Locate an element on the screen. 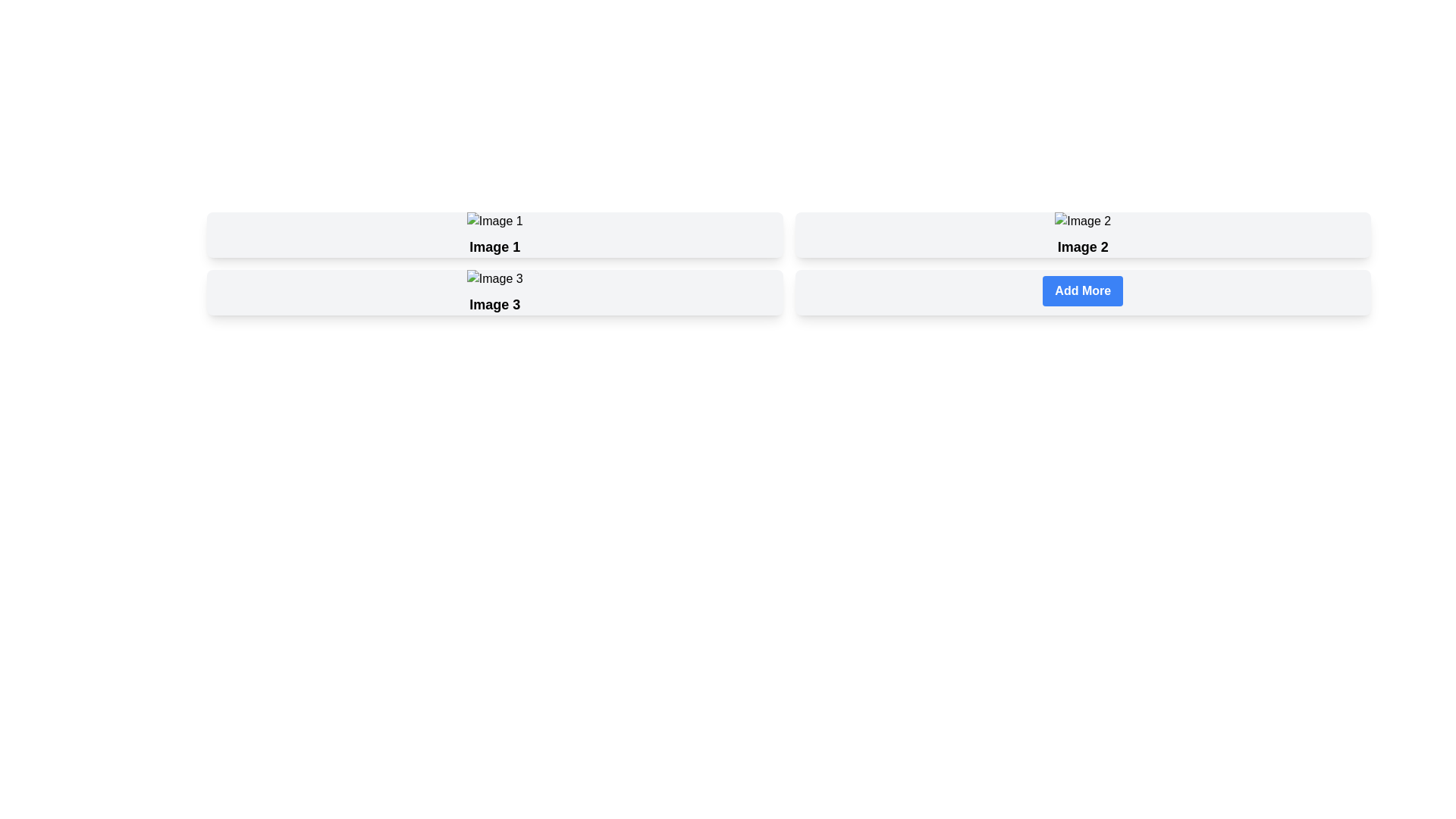 The image size is (1456, 819). the second Content card or tile in the grid, which displays an image and a title, positioned next to 'Image 1' and above 'Add More' is located at coordinates (1082, 234).